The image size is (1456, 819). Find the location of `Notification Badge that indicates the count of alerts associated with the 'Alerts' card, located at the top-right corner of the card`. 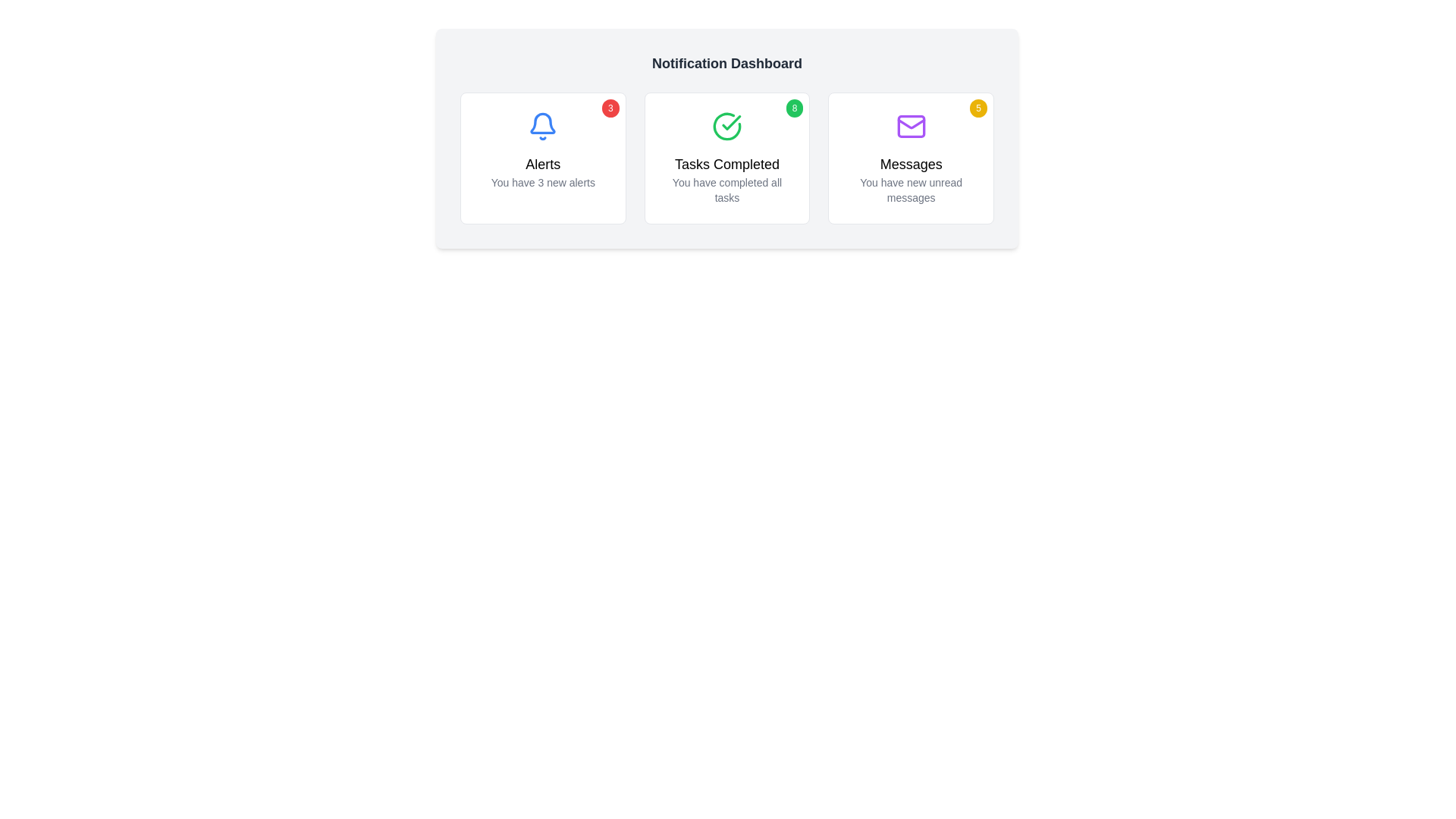

Notification Badge that indicates the count of alerts associated with the 'Alerts' card, located at the top-right corner of the card is located at coordinates (610, 107).